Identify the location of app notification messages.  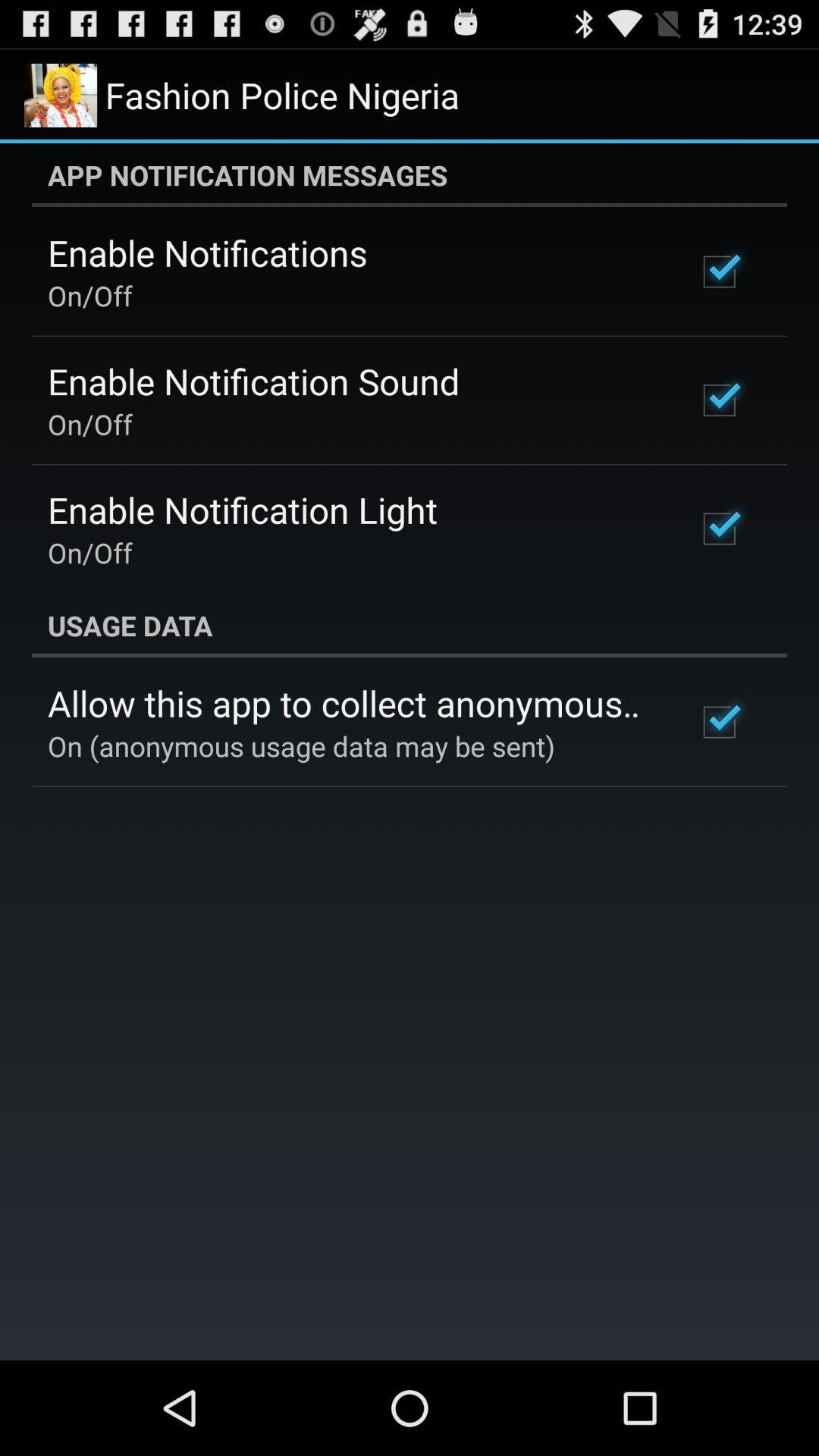
(409, 174).